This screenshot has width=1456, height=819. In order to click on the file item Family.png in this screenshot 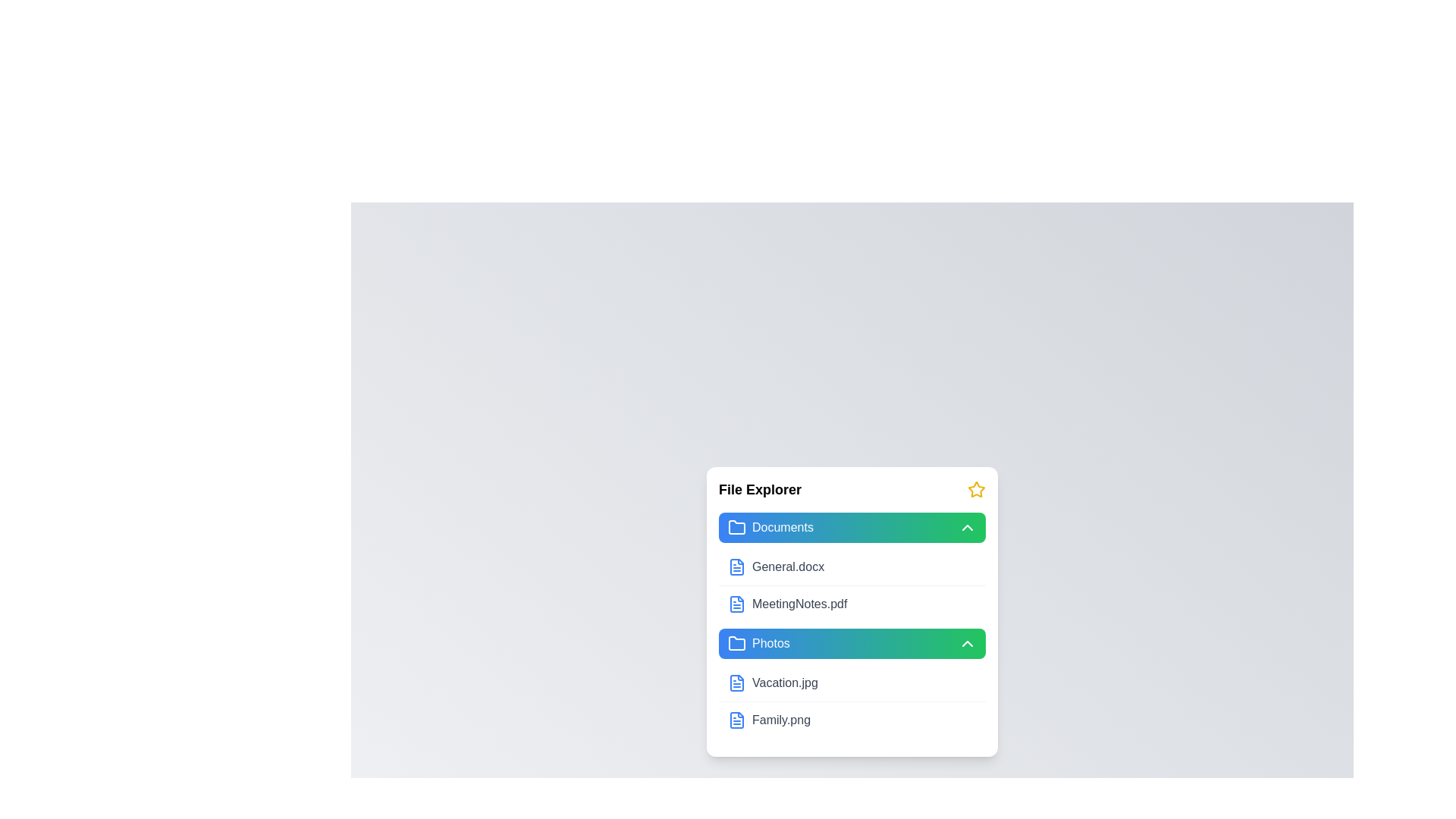, I will do `click(852, 718)`.